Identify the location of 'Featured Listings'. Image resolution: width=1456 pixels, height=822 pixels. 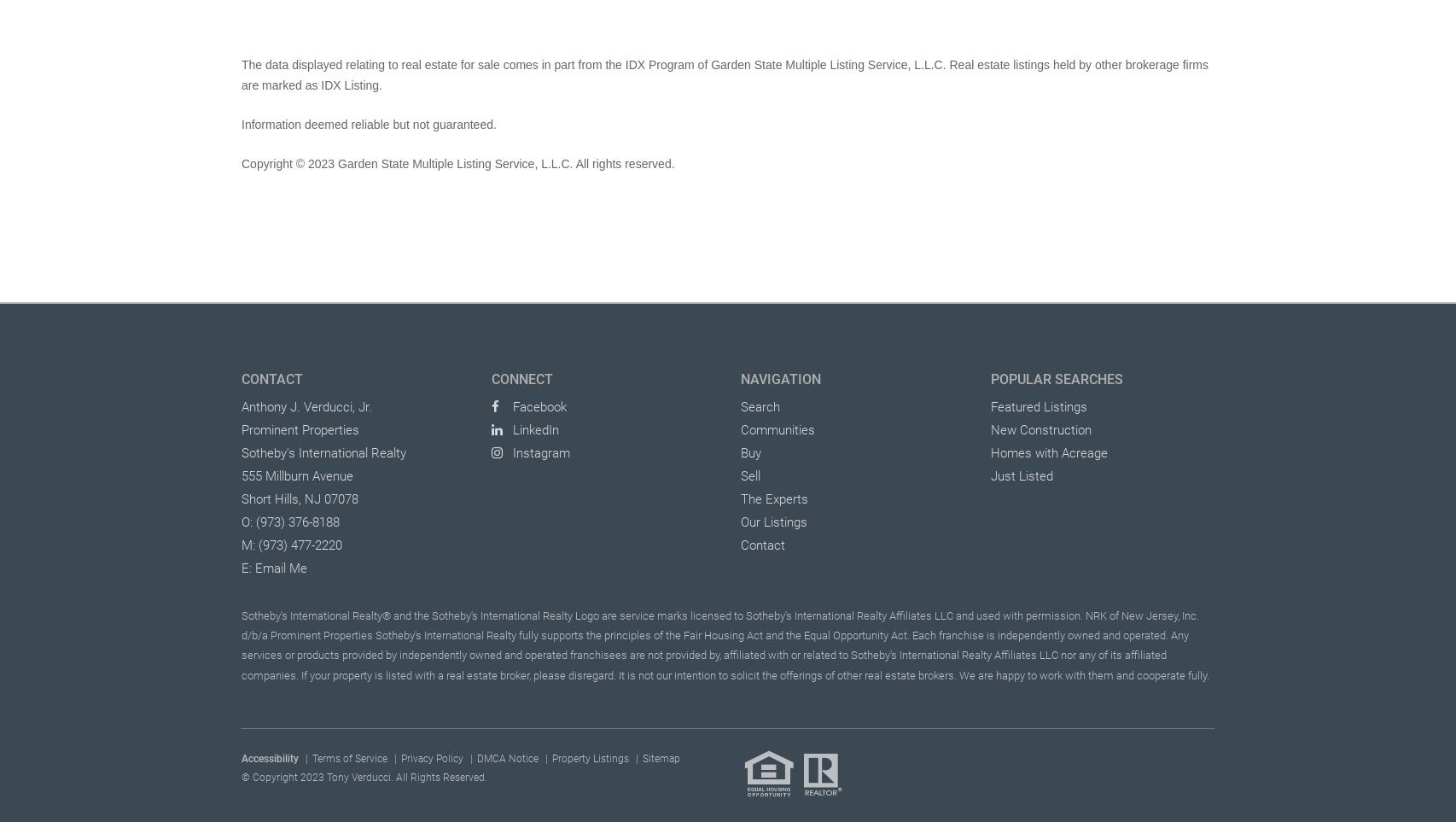
(990, 405).